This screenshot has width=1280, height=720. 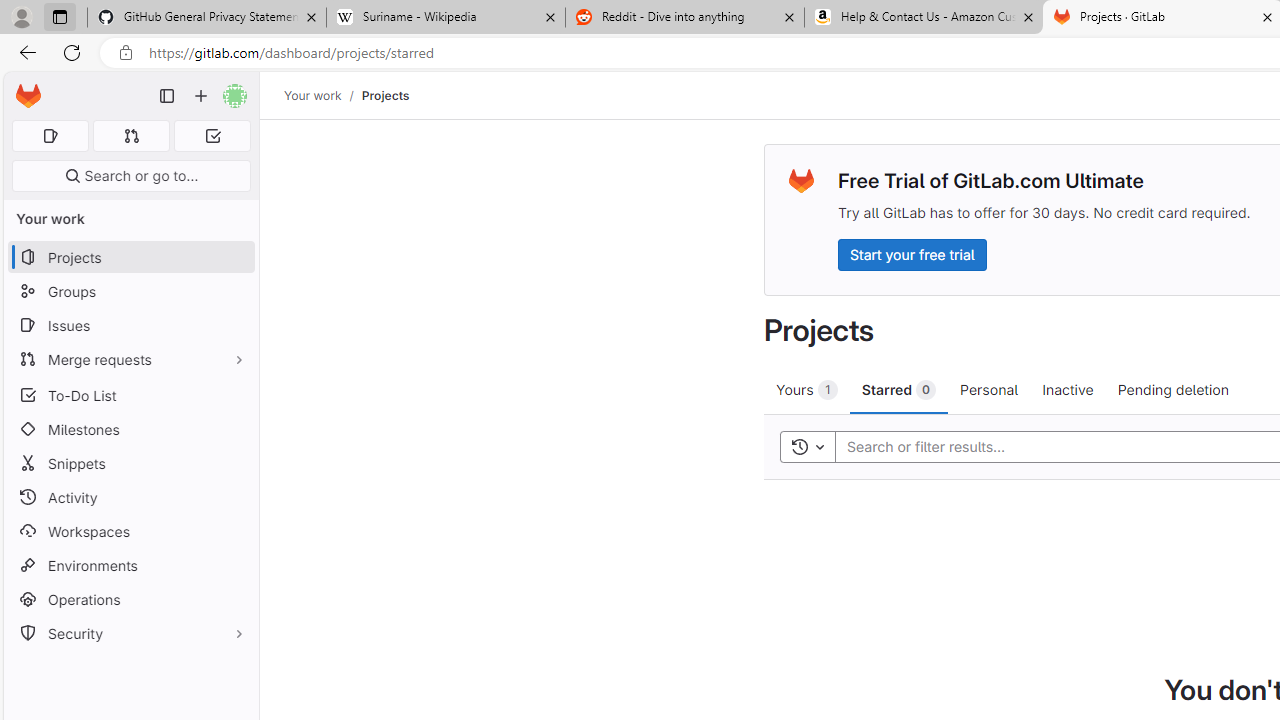 What do you see at coordinates (130, 598) in the screenshot?
I see `'Operations'` at bounding box center [130, 598].